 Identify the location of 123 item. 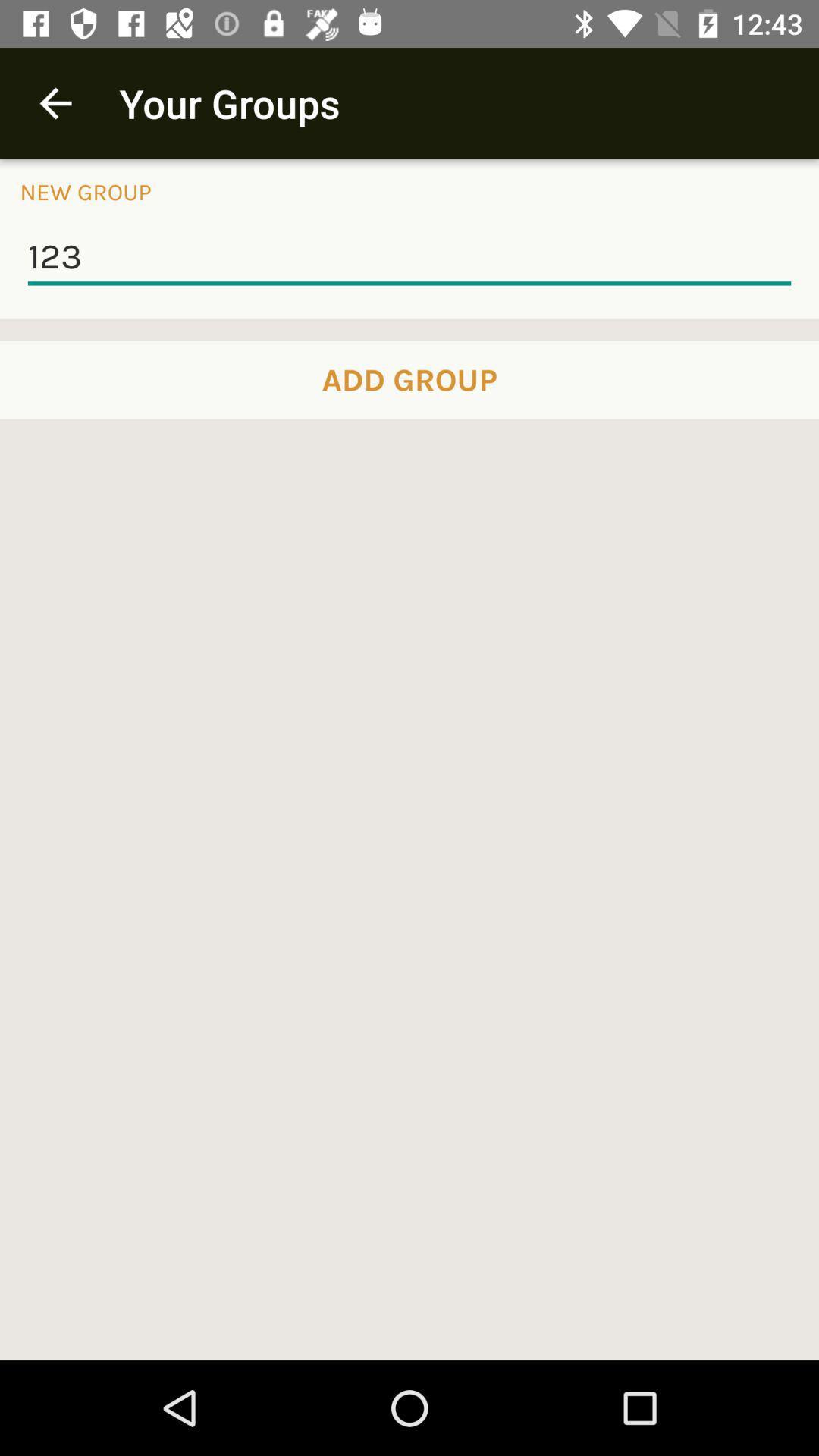
(409, 258).